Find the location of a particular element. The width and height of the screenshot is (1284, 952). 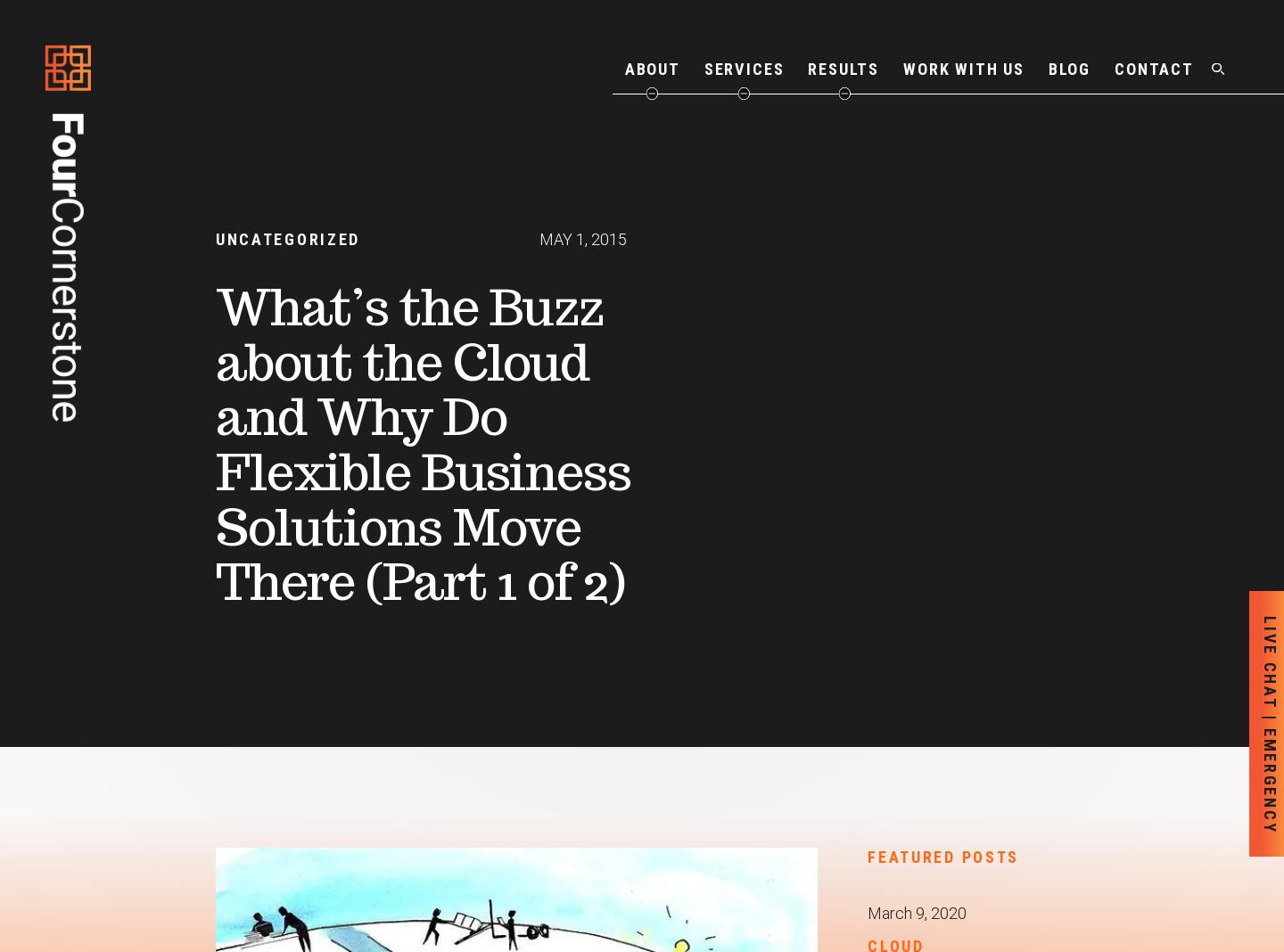

'May 1, 2015' is located at coordinates (582, 238).